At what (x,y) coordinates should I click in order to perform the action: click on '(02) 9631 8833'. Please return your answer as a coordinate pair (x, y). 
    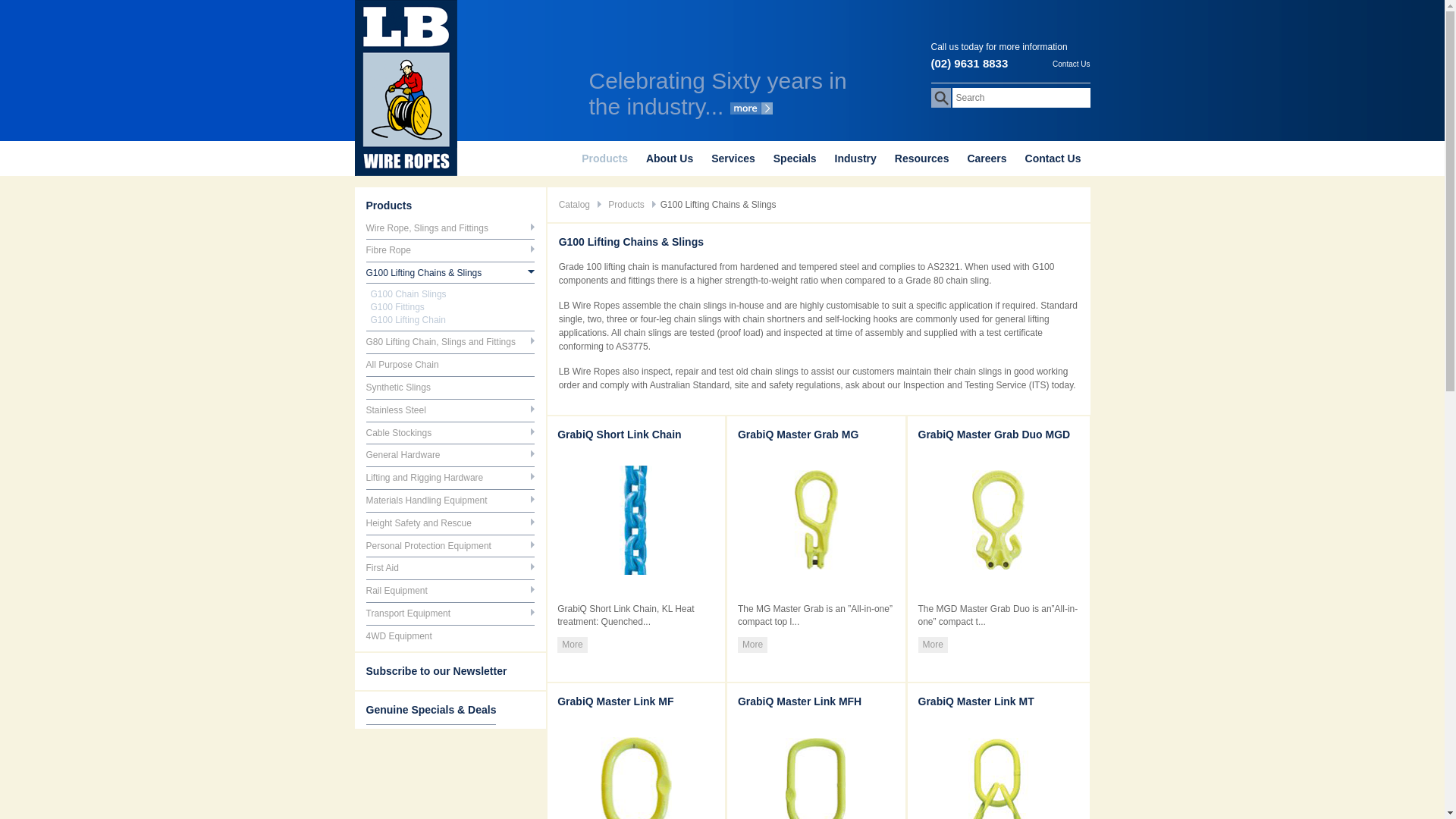
    Looking at the image, I should click on (930, 62).